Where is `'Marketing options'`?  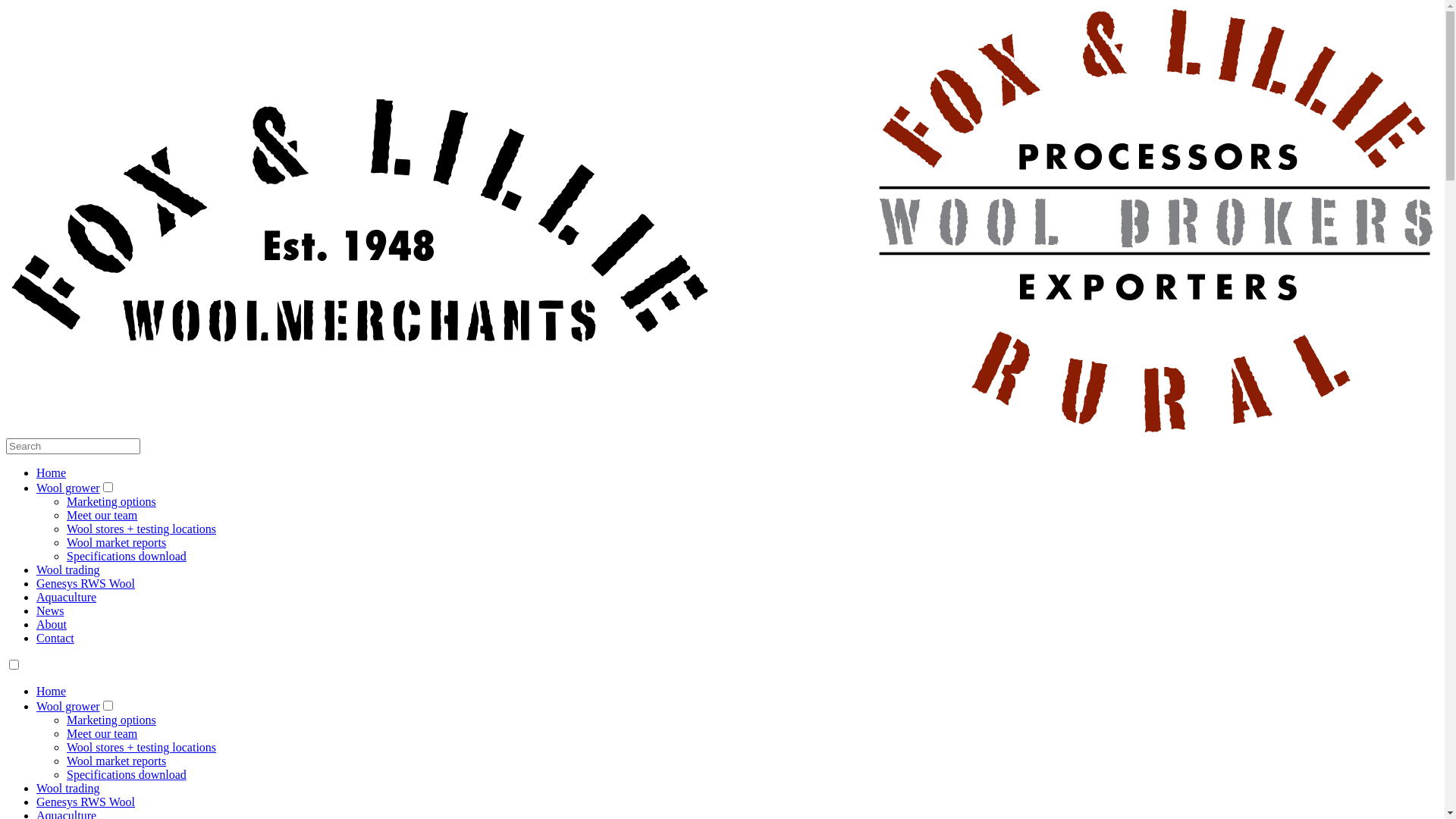 'Marketing options' is located at coordinates (111, 501).